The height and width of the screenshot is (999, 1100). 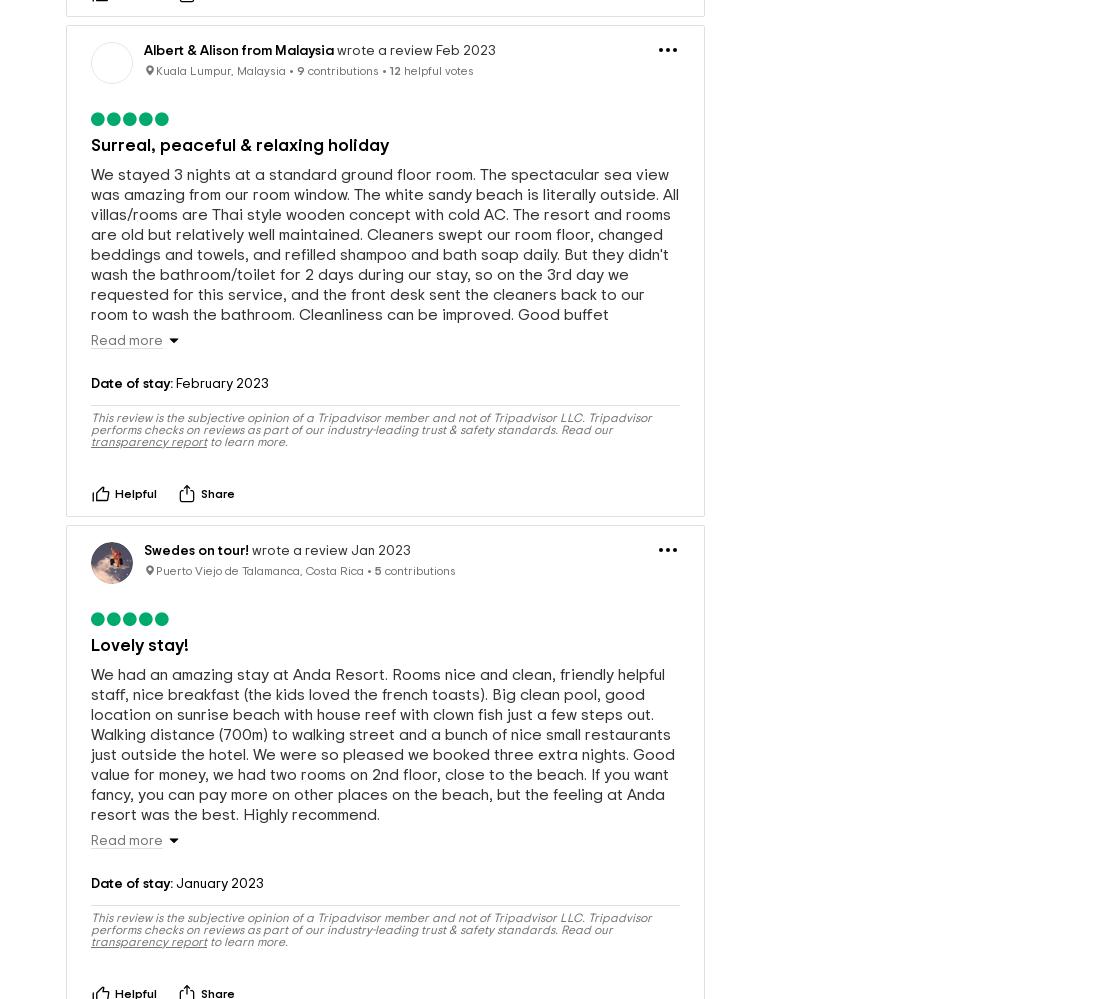 I want to click on '5', so click(x=378, y=536).